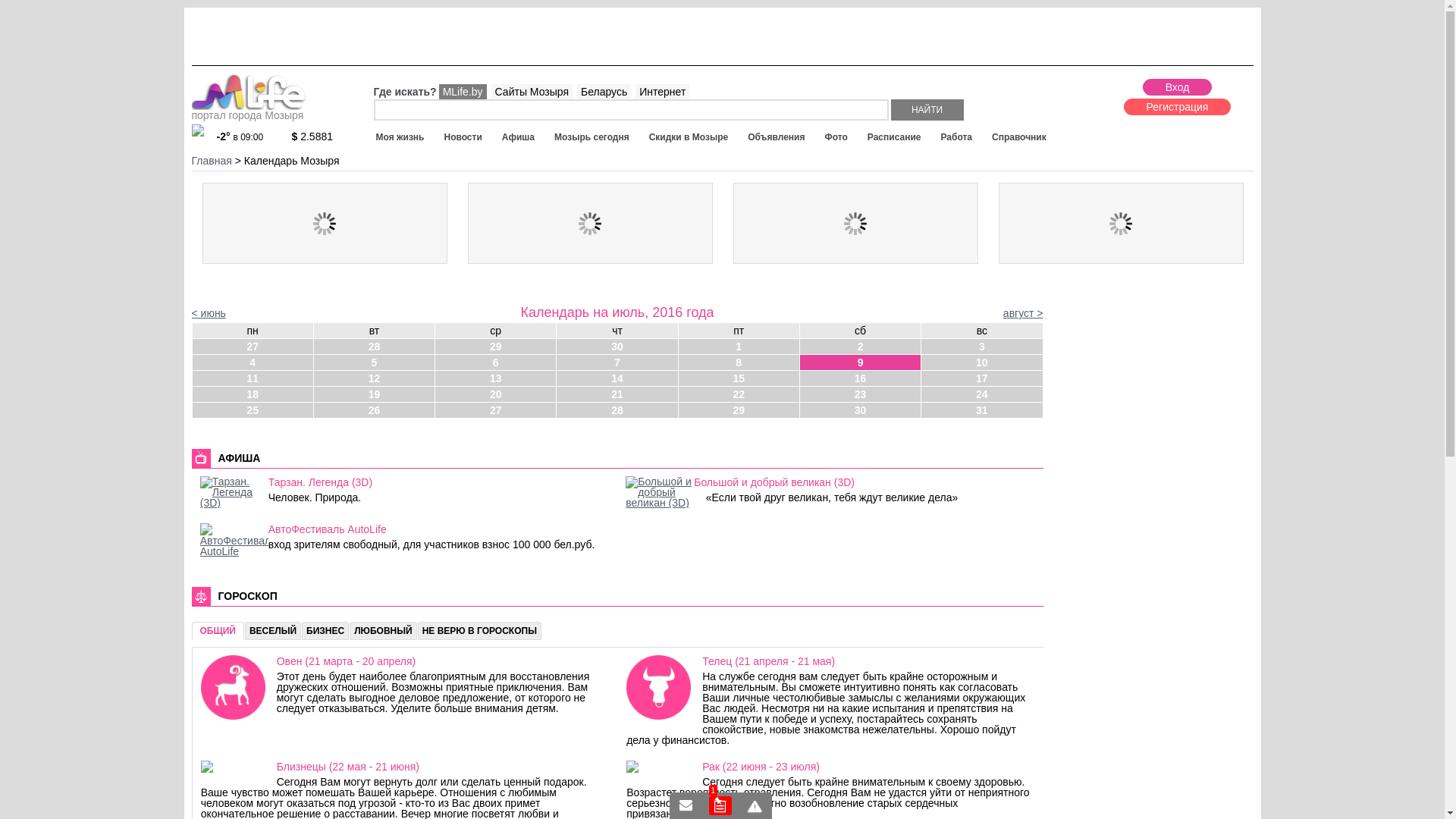 The height and width of the screenshot is (819, 1456). I want to click on '19', so click(374, 394).